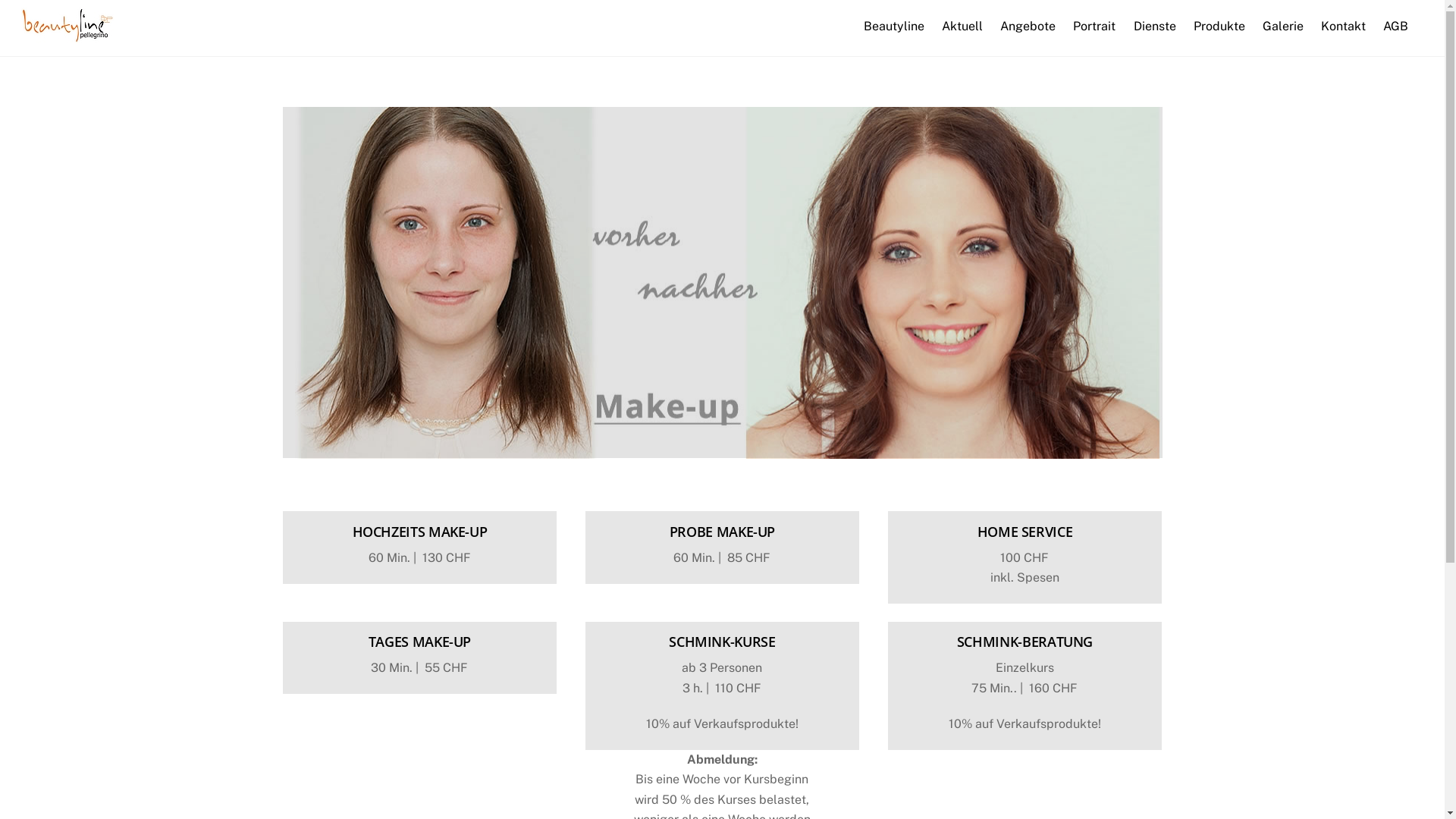 The image size is (1456, 819). I want to click on 'Beautyline', so click(893, 26).